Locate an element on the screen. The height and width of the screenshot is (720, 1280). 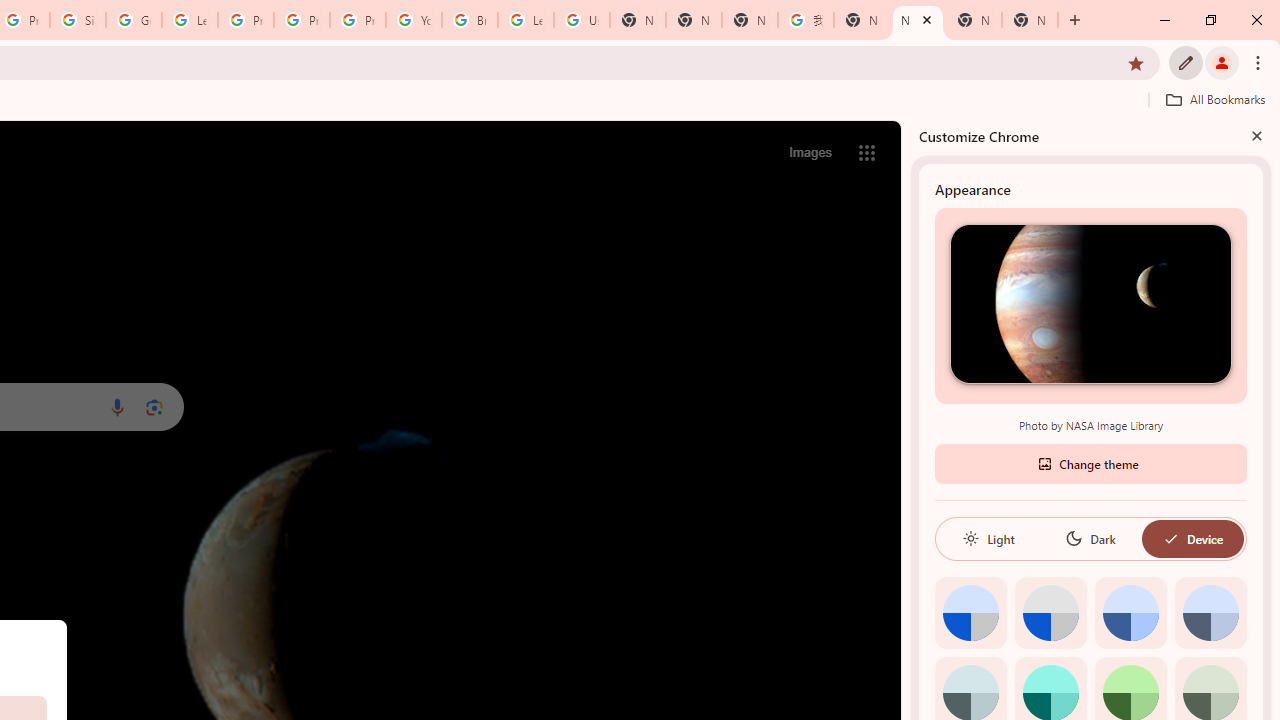
'Privacy Help Center - Policies Help' is located at coordinates (301, 20).